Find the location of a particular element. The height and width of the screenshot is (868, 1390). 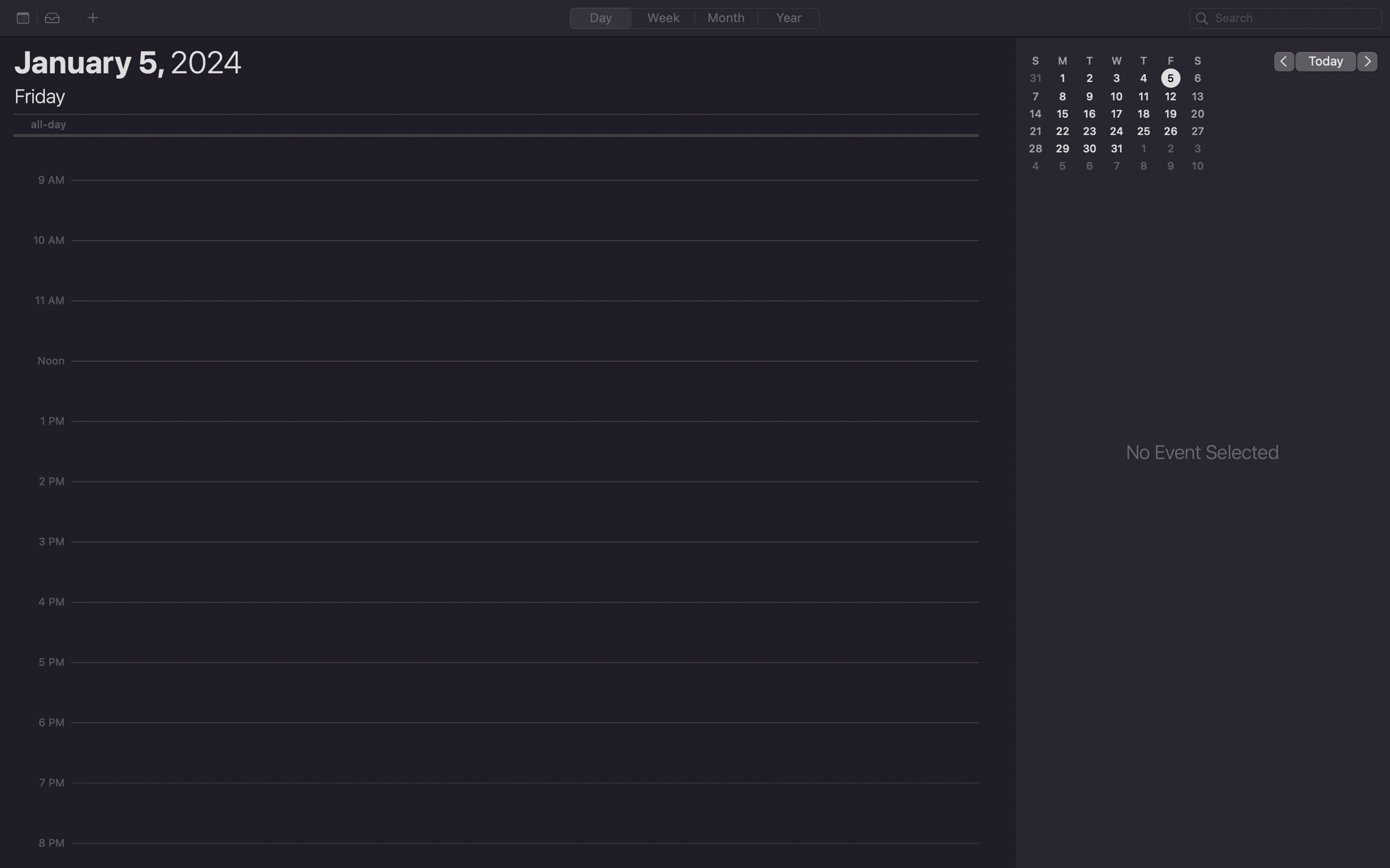

Opt for a daily view on the calendar is located at coordinates (600, 17).